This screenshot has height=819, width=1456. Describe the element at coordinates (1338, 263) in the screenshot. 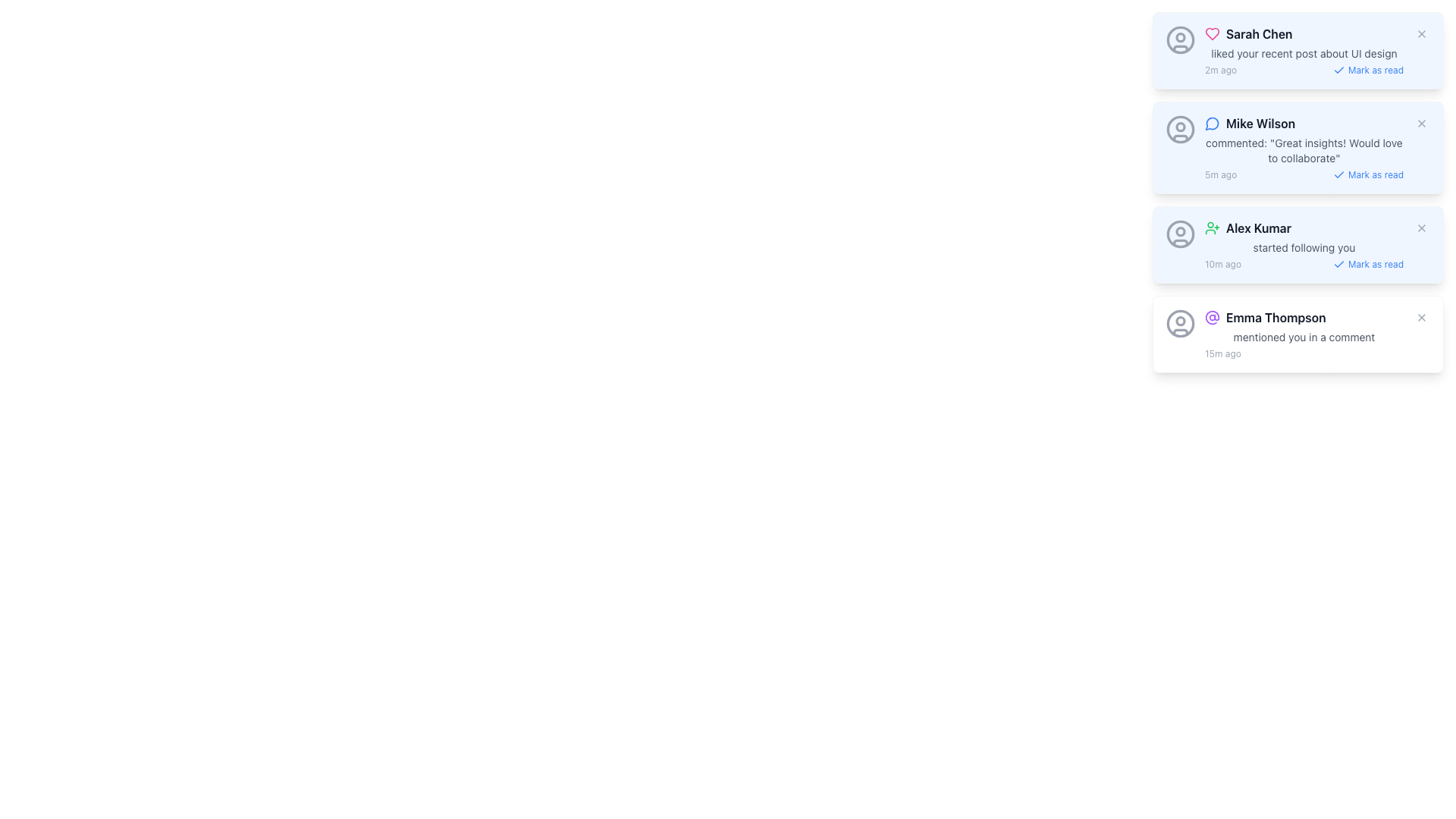

I see `the 'Mark as read' icon for the notification from 'Alex Kumar' to update its state to read` at that location.